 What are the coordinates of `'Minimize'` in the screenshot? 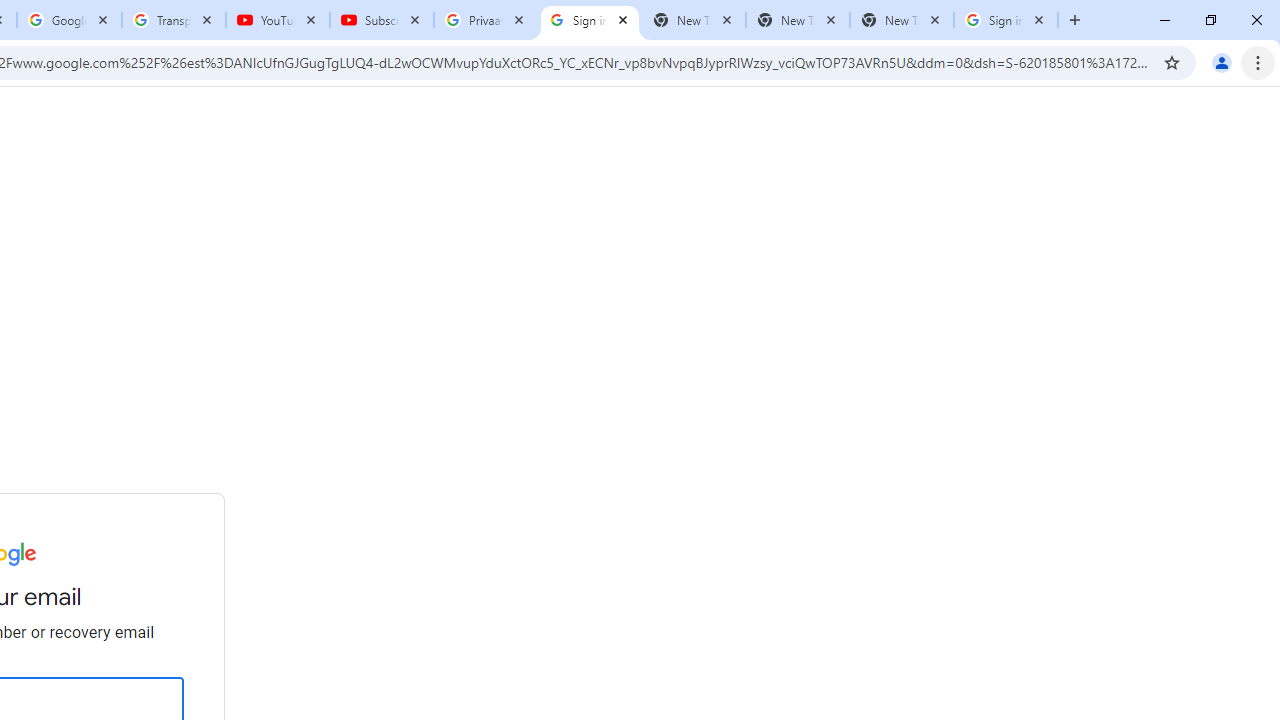 It's located at (1165, 20).